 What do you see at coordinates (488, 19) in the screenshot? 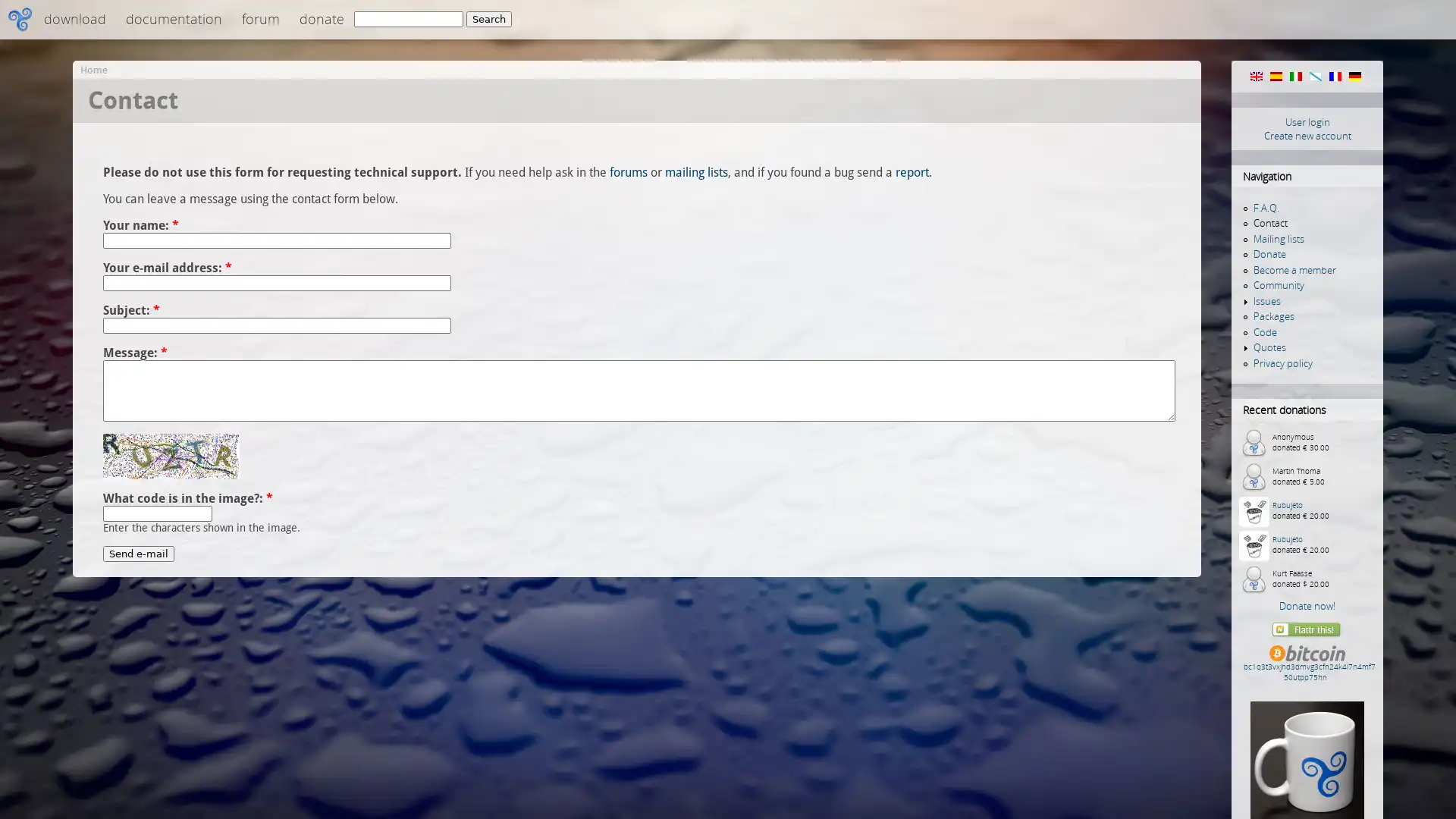
I see `Search` at bounding box center [488, 19].